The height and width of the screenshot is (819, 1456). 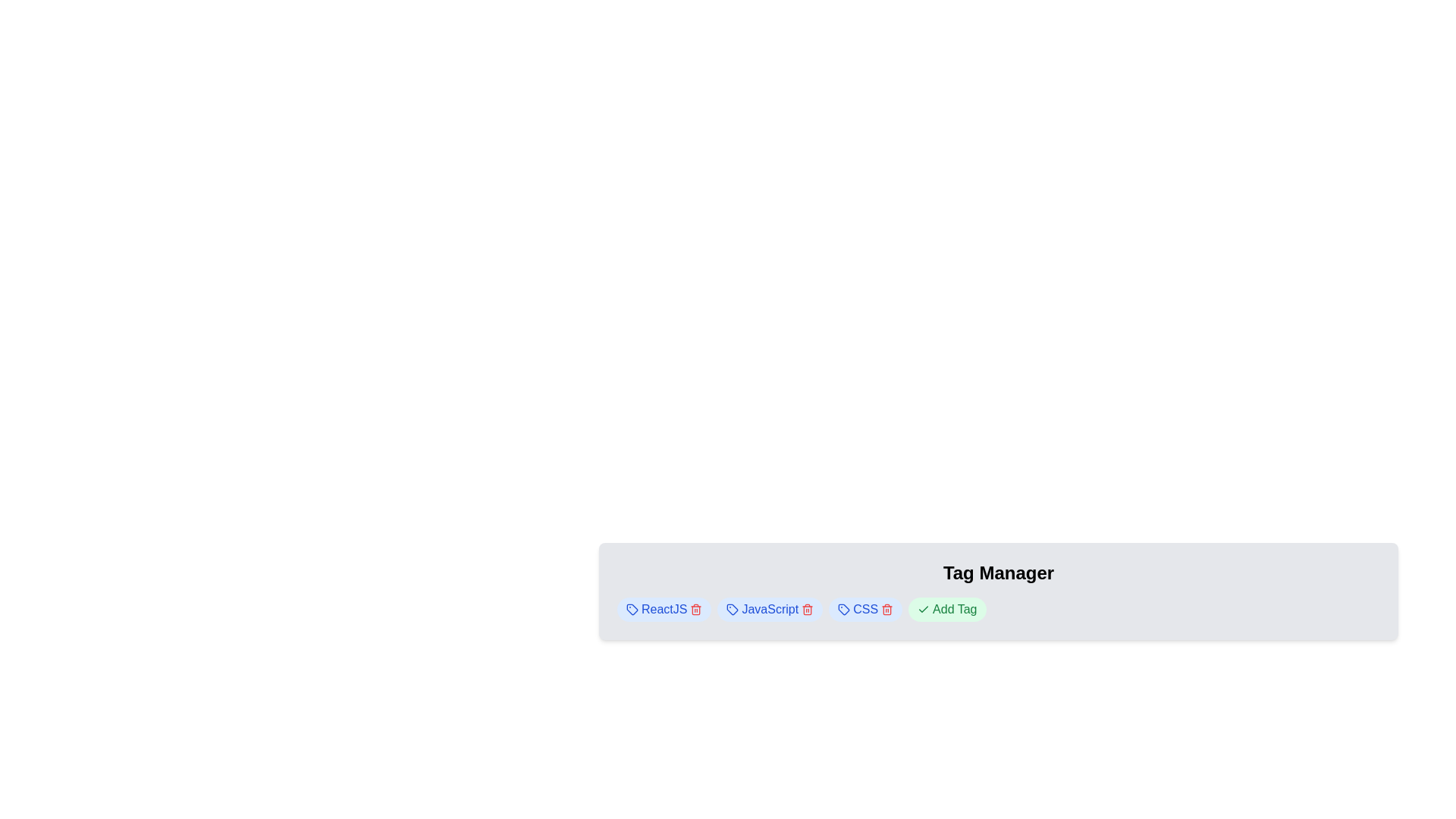 I want to click on SVG icon representing the 'JavaScript' tag within the tag management interface using developer tools, so click(x=733, y=608).